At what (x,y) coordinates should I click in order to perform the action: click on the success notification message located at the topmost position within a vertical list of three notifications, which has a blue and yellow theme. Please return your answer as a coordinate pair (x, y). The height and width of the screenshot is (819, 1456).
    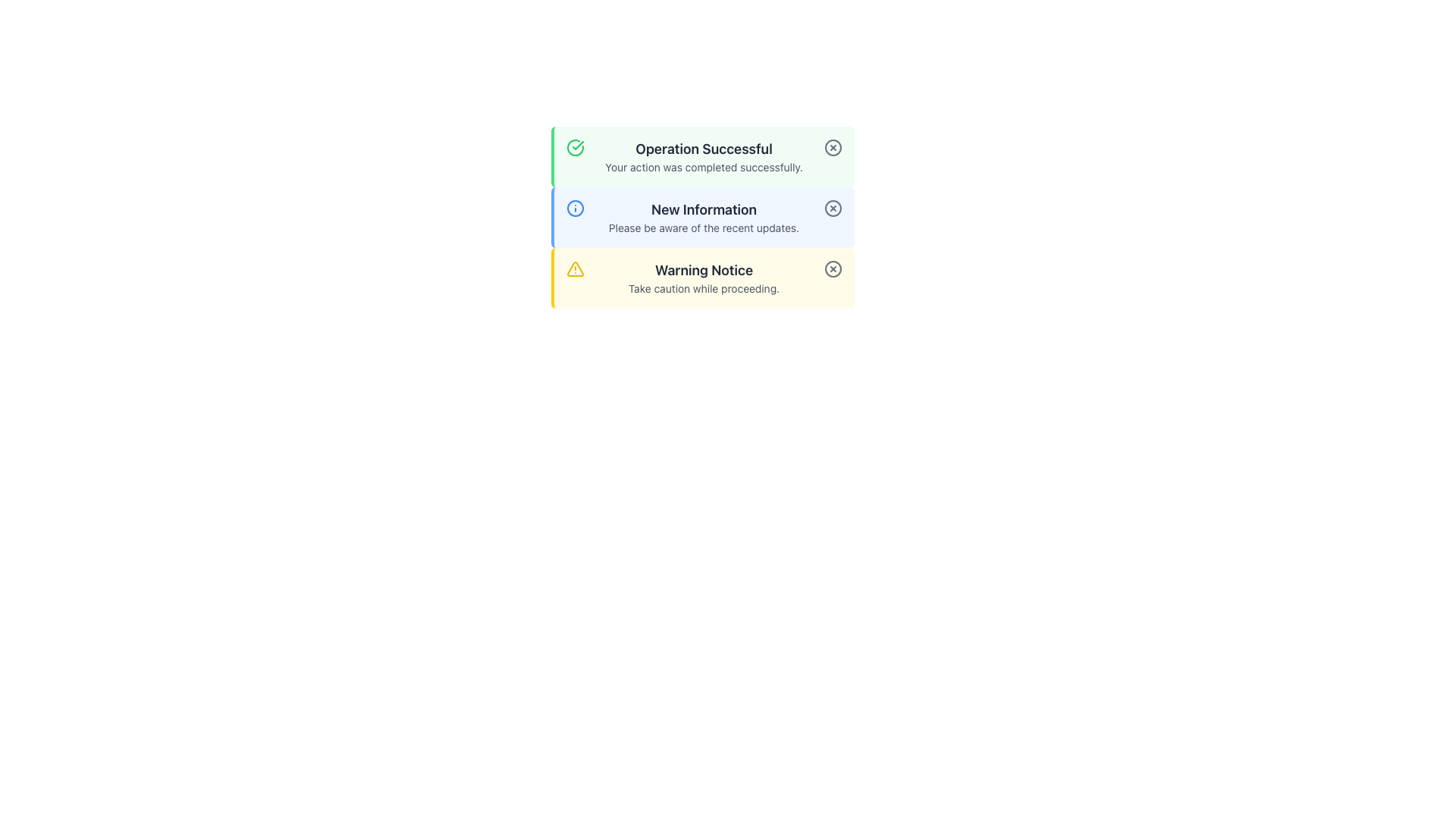
    Looking at the image, I should click on (701, 157).